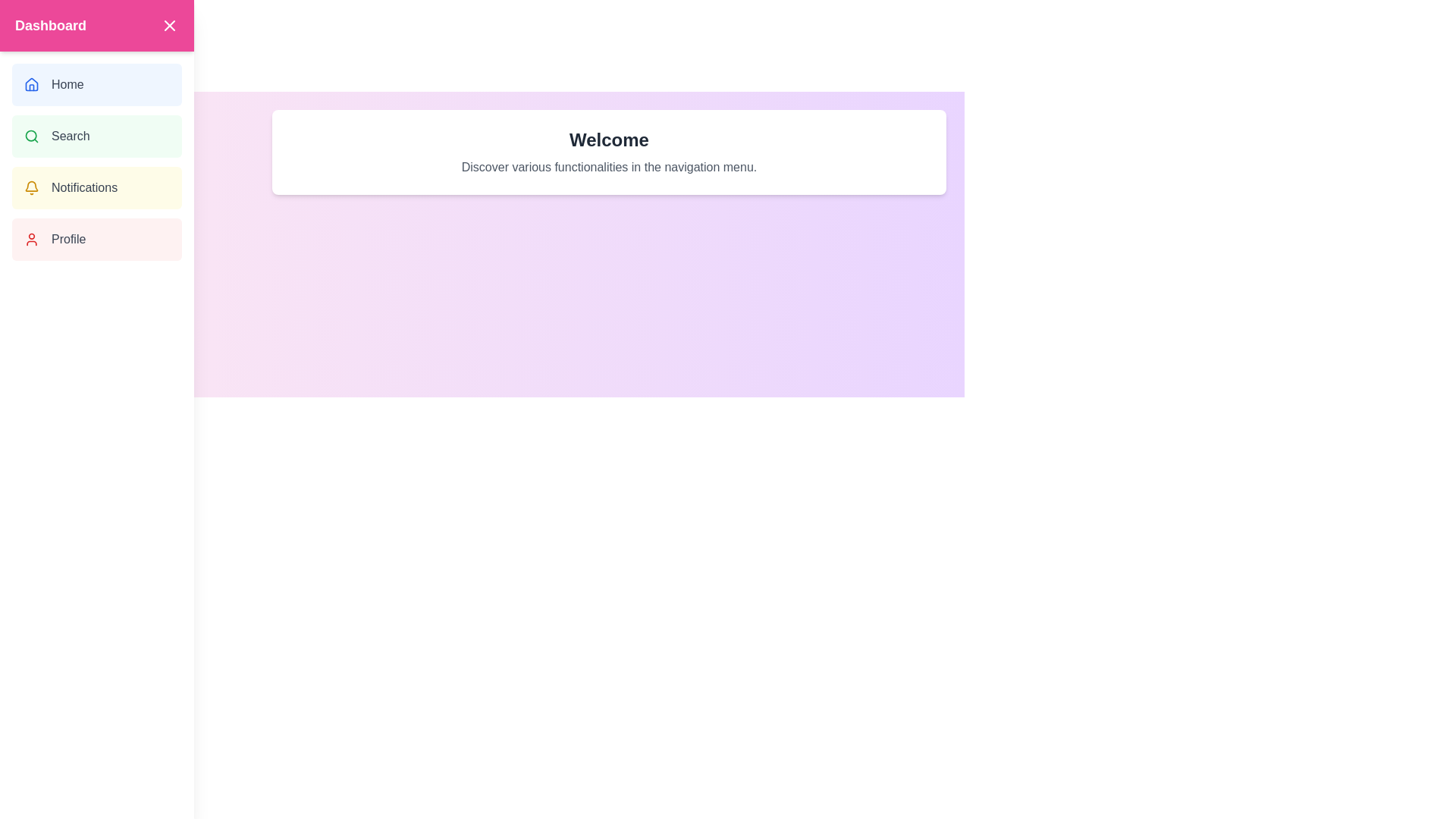 The image size is (1456, 819). What do you see at coordinates (609, 140) in the screenshot?
I see `the 'Welcome' text label, which is bold, large, and dark gray, located at the top of a white card with rounded corners` at bounding box center [609, 140].